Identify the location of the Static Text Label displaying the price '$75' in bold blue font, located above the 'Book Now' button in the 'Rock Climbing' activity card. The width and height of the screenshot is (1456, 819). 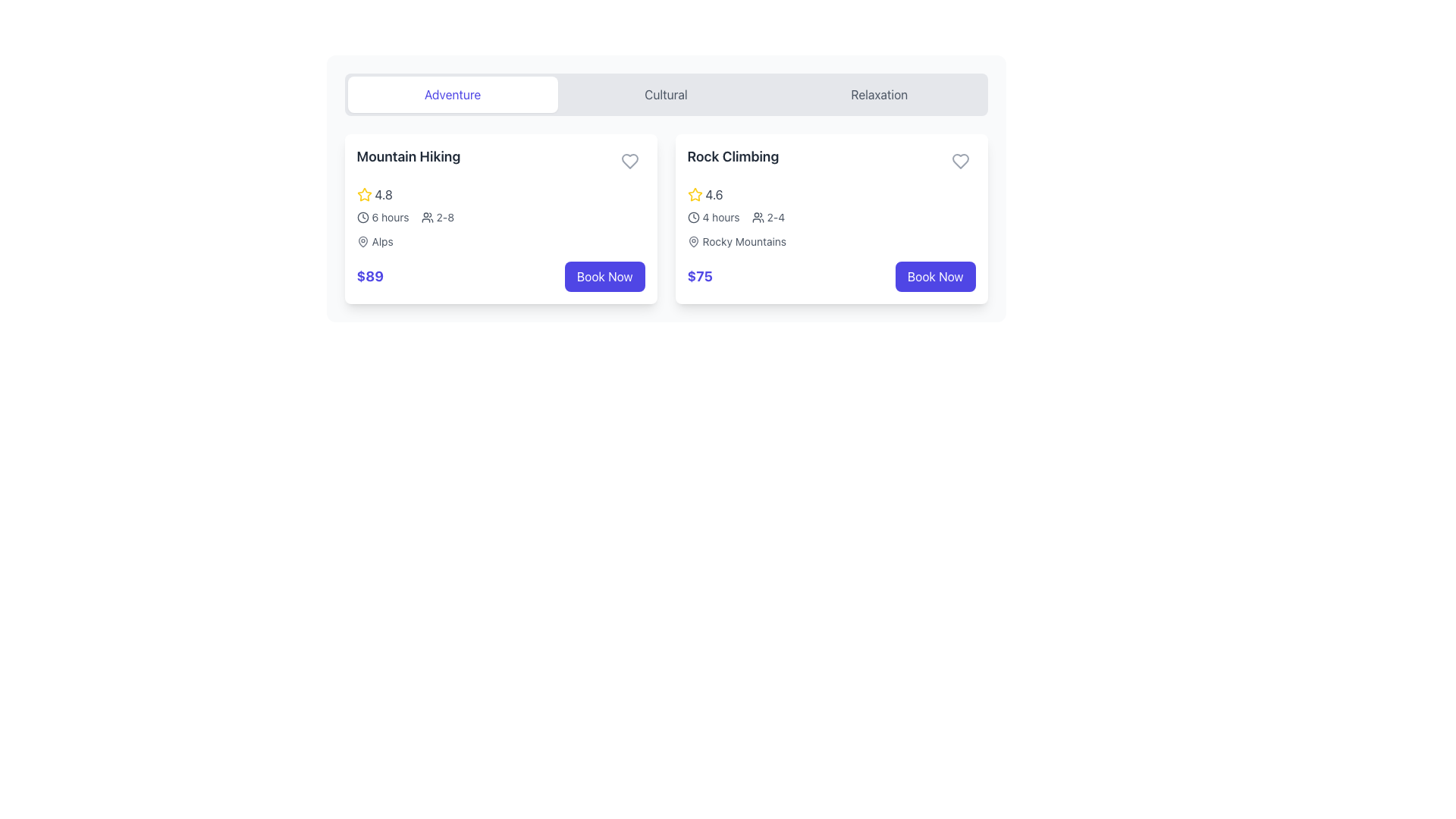
(699, 277).